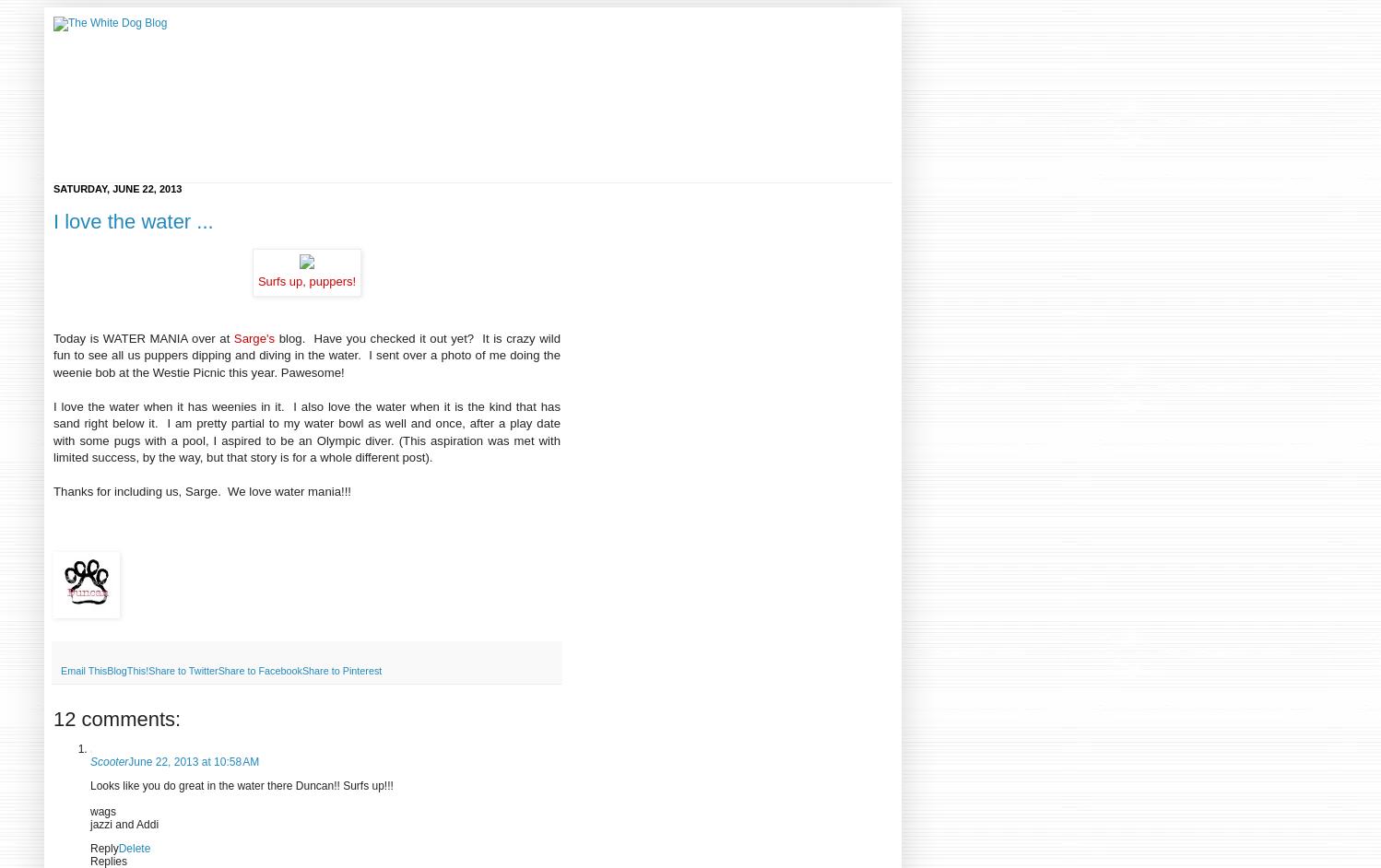 The image size is (1381, 868). What do you see at coordinates (89, 859) in the screenshot?
I see `'Replies'` at bounding box center [89, 859].